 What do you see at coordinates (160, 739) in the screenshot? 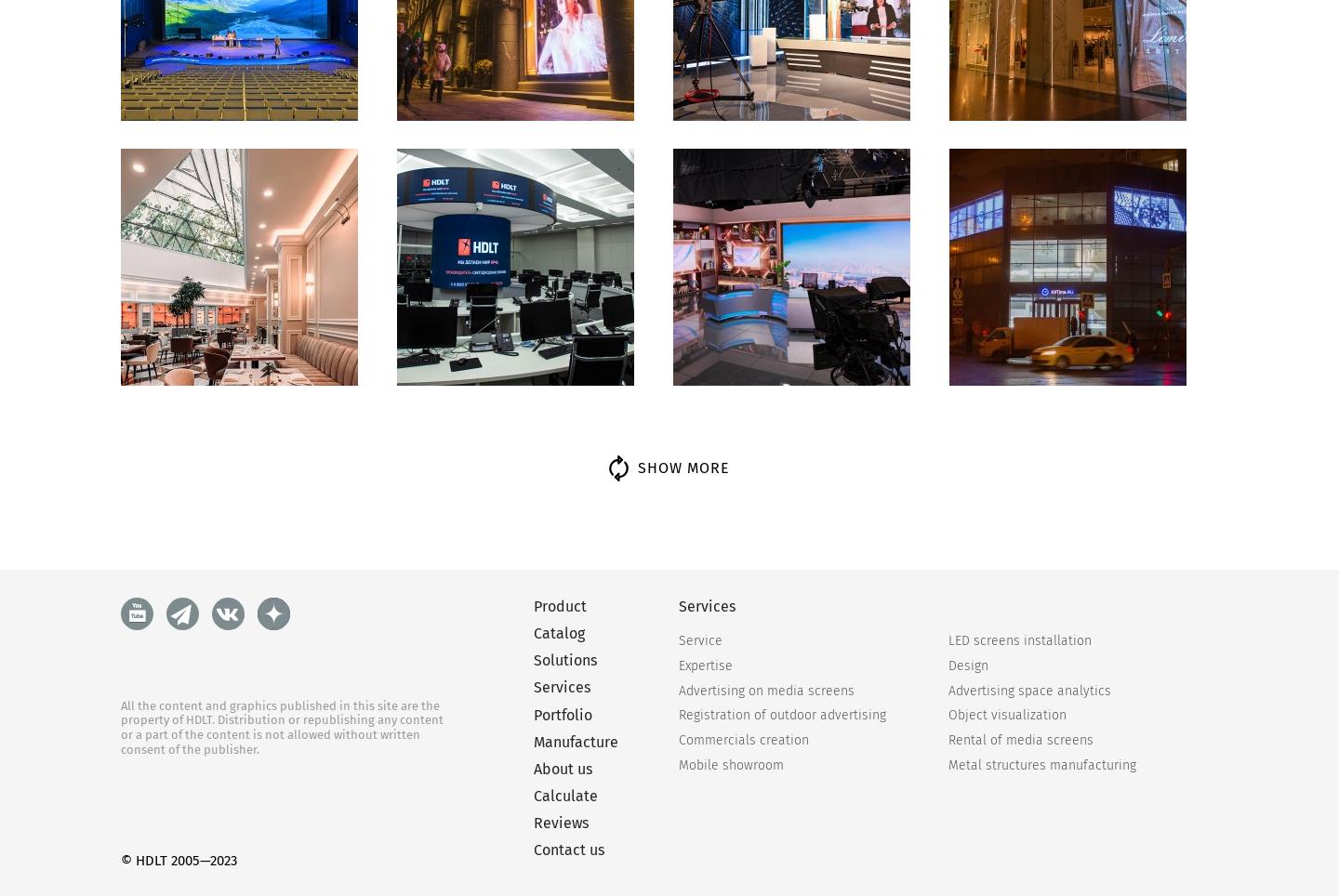
I see `'Showcase'` at bounding box center [160, 739].